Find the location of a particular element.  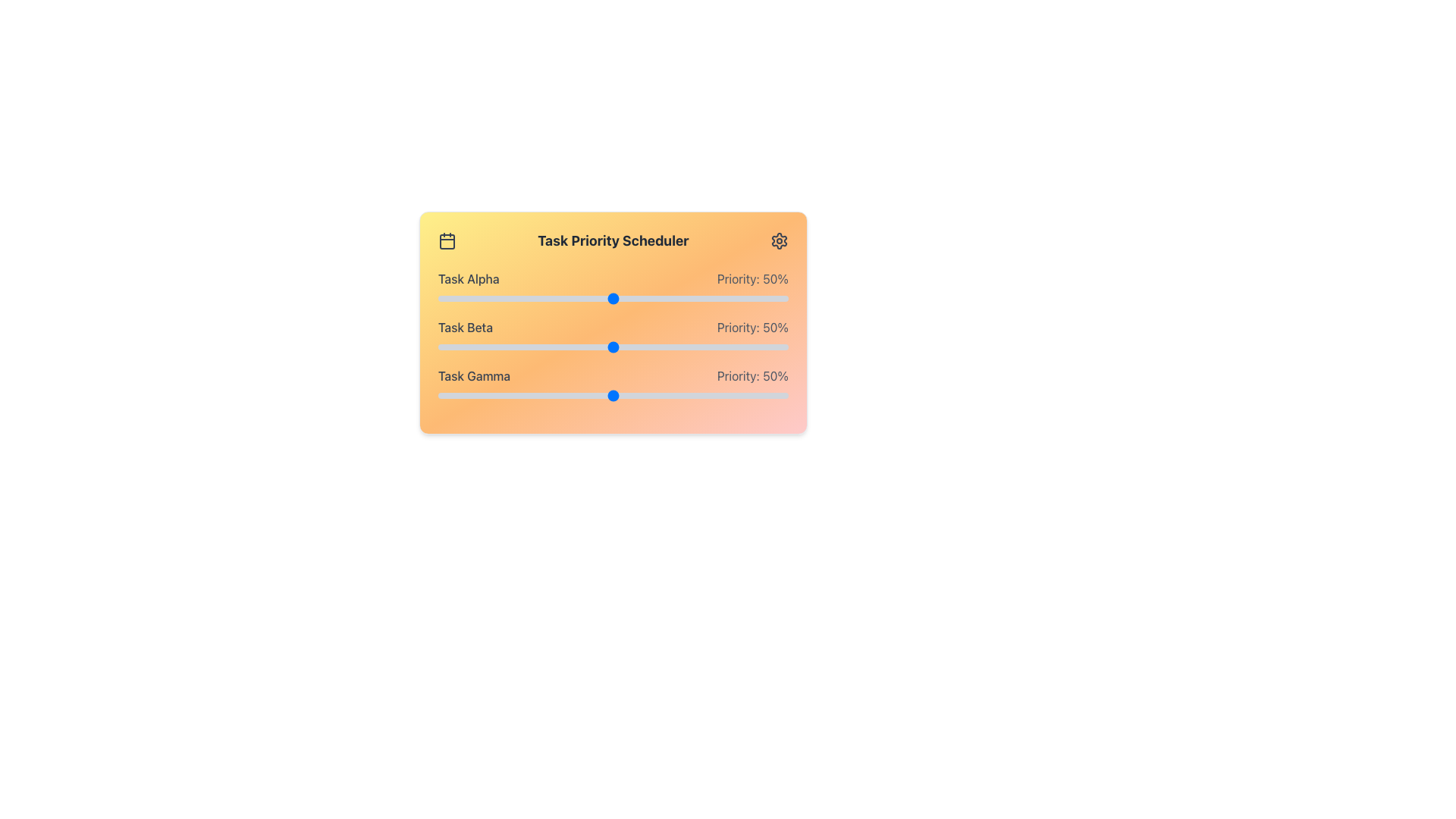

task priority is located at coordinates (638, 298).